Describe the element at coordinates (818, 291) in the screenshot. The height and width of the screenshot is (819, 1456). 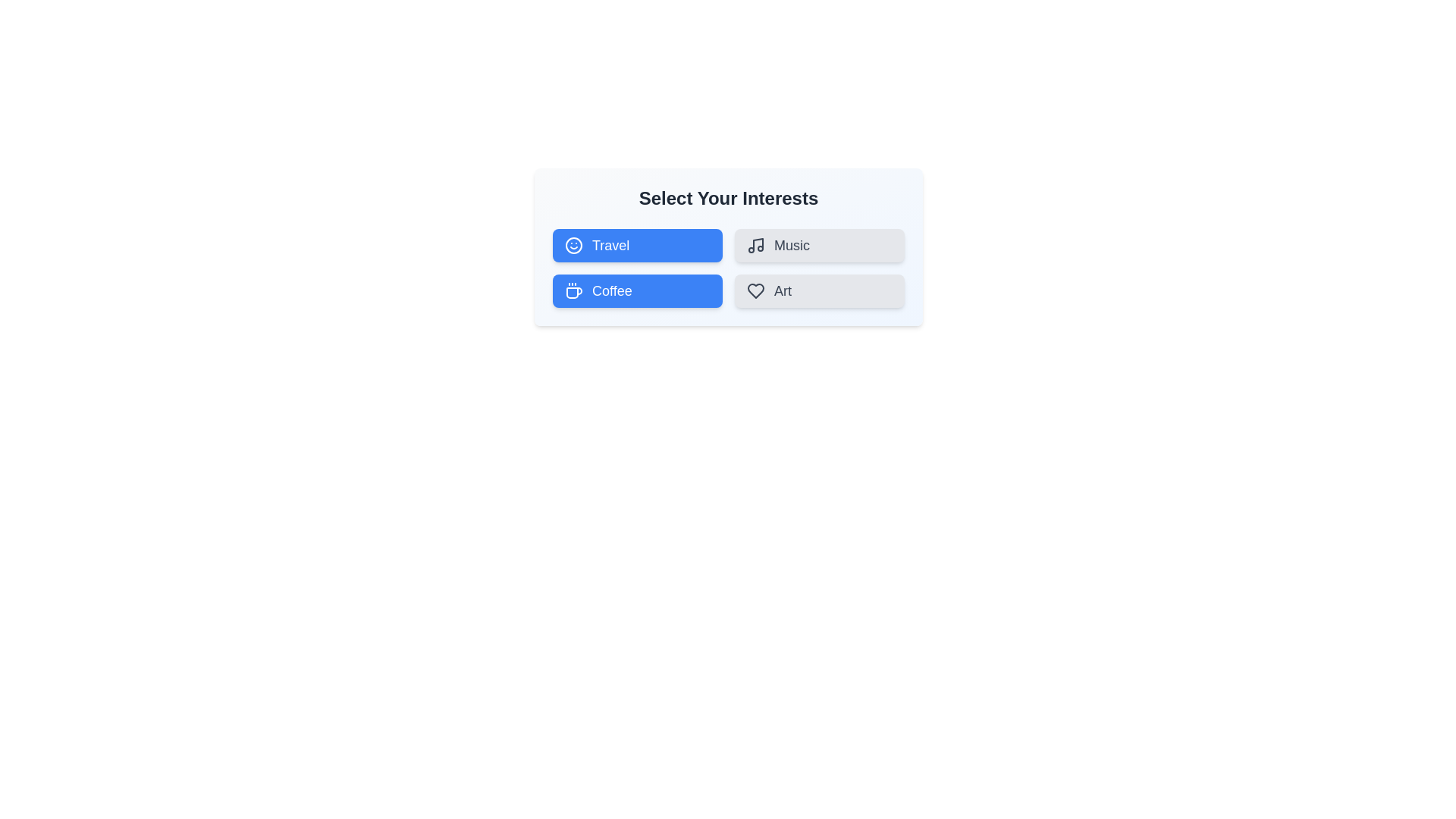
I see `the button labeled Art to observe its hover effect` at that location.